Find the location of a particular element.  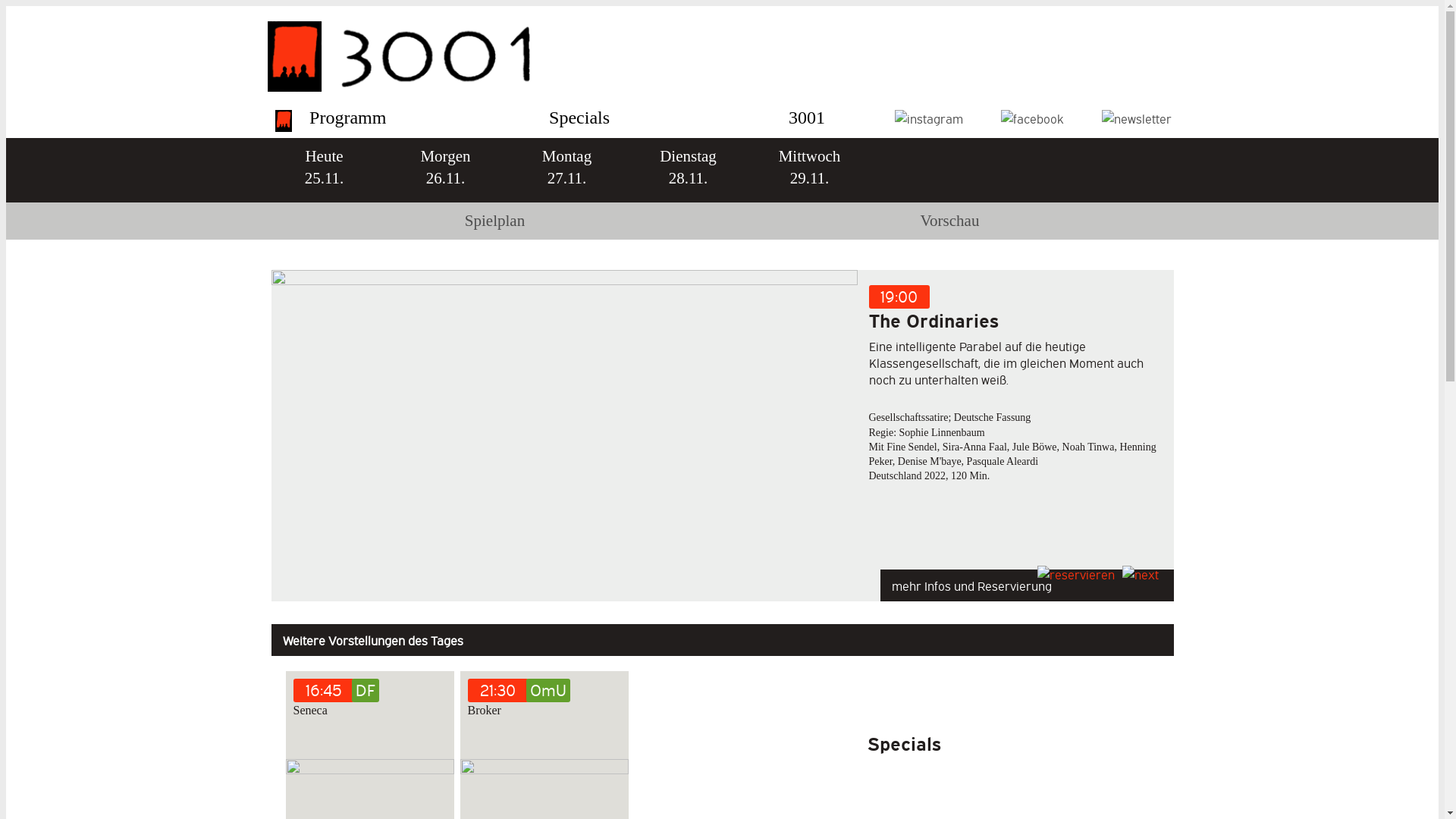

'Spielplan' is located at coordinates (494, 221).